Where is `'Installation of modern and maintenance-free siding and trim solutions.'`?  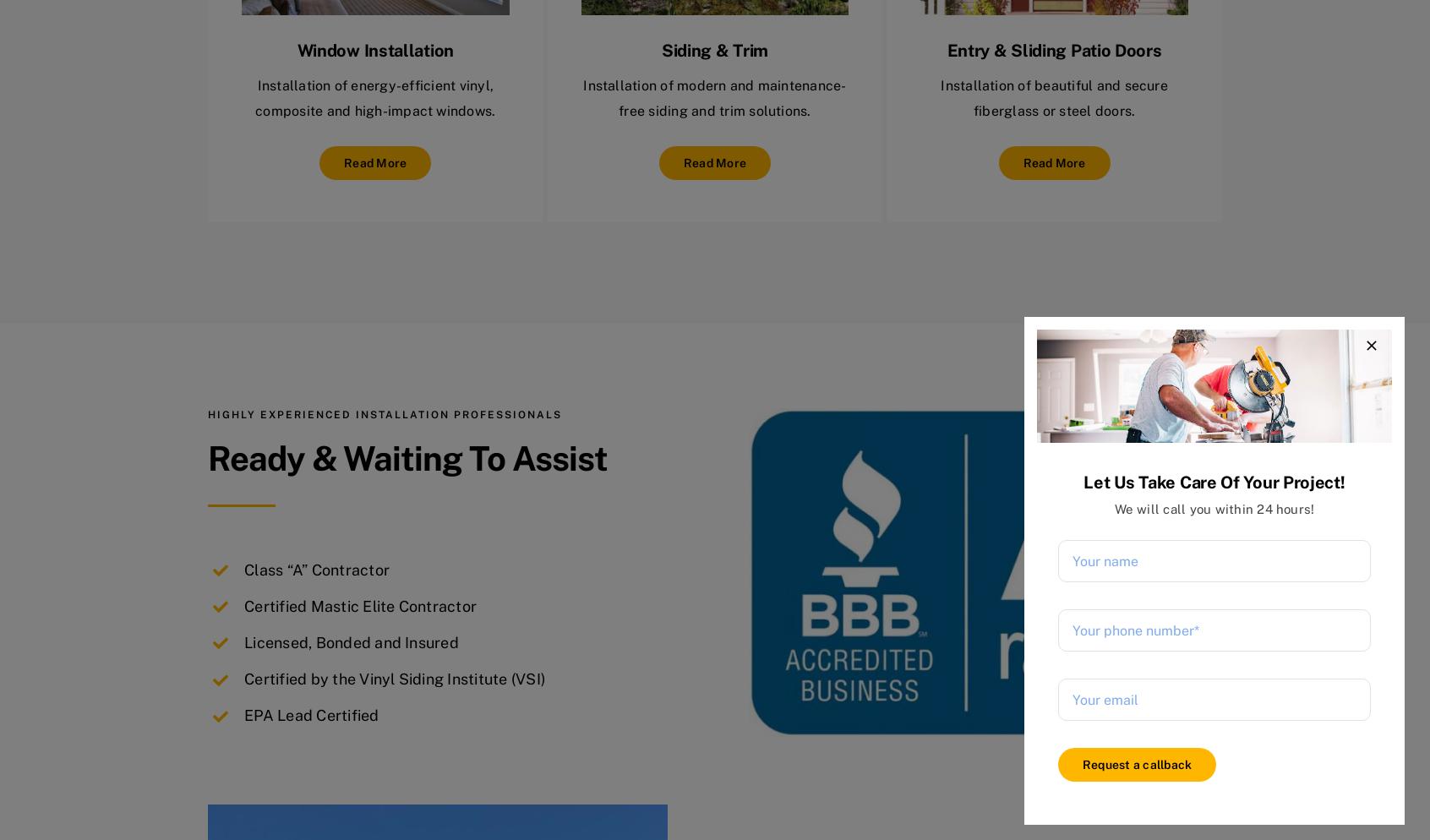 'Installation of modern and maintenance-free siding and trim solutions.' is located at coordinates (714, 96).